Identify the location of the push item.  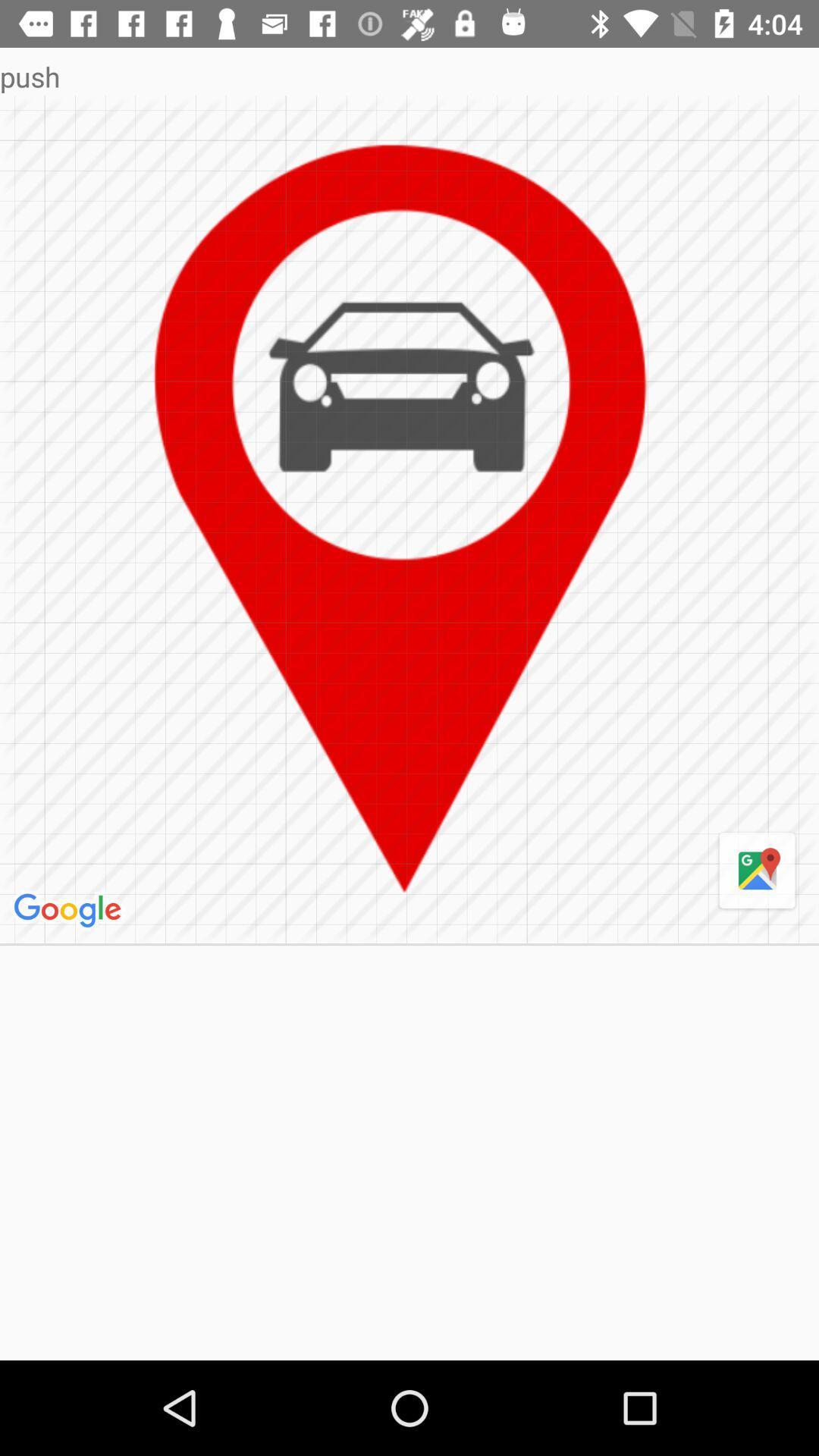
(409, 76).